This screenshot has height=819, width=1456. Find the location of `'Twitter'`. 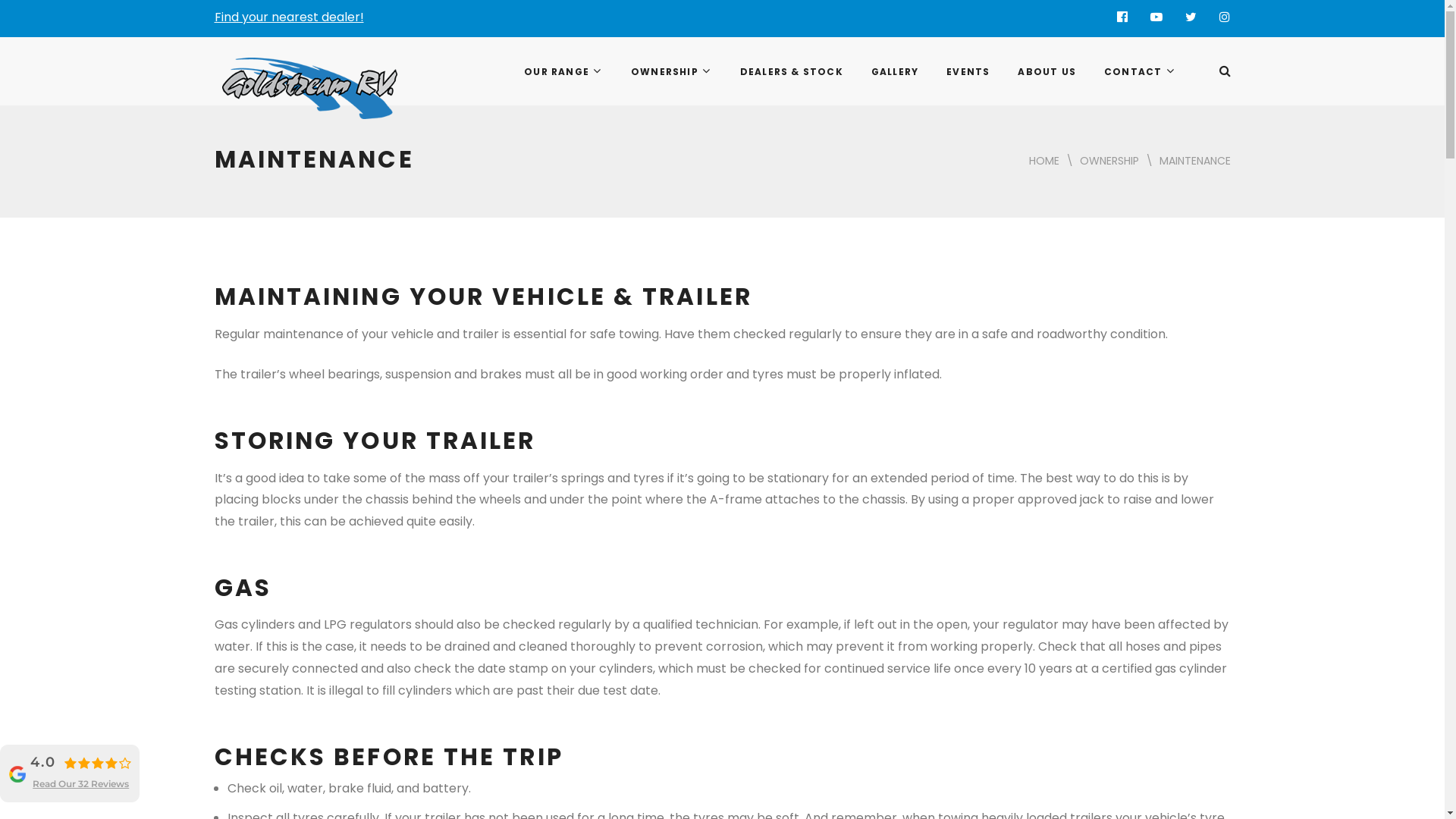

'Twitter' is located at coordinates (1173, 17).